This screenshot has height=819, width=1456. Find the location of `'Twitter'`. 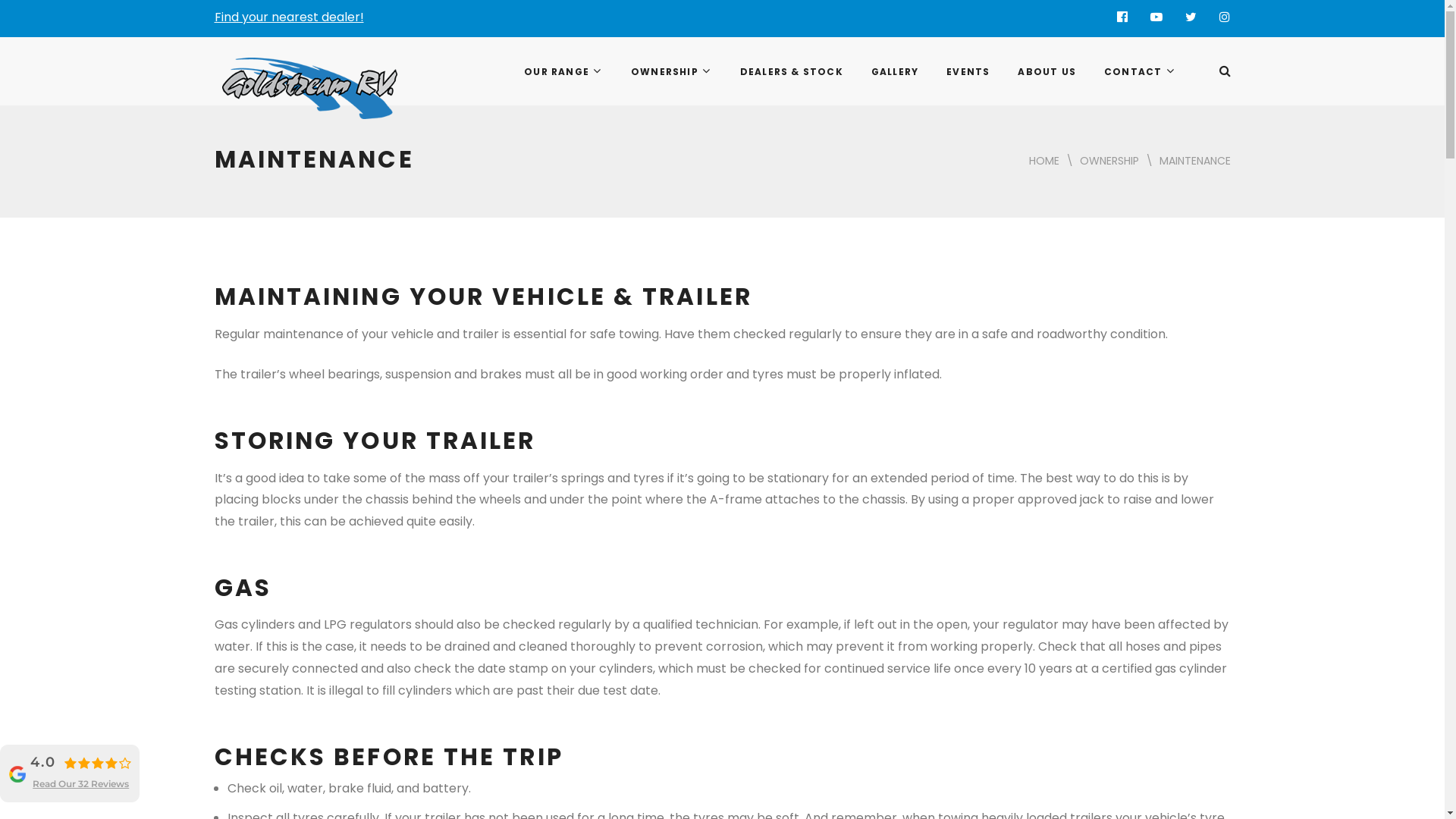

'Twitter' is located at coordinates (1173, 17).